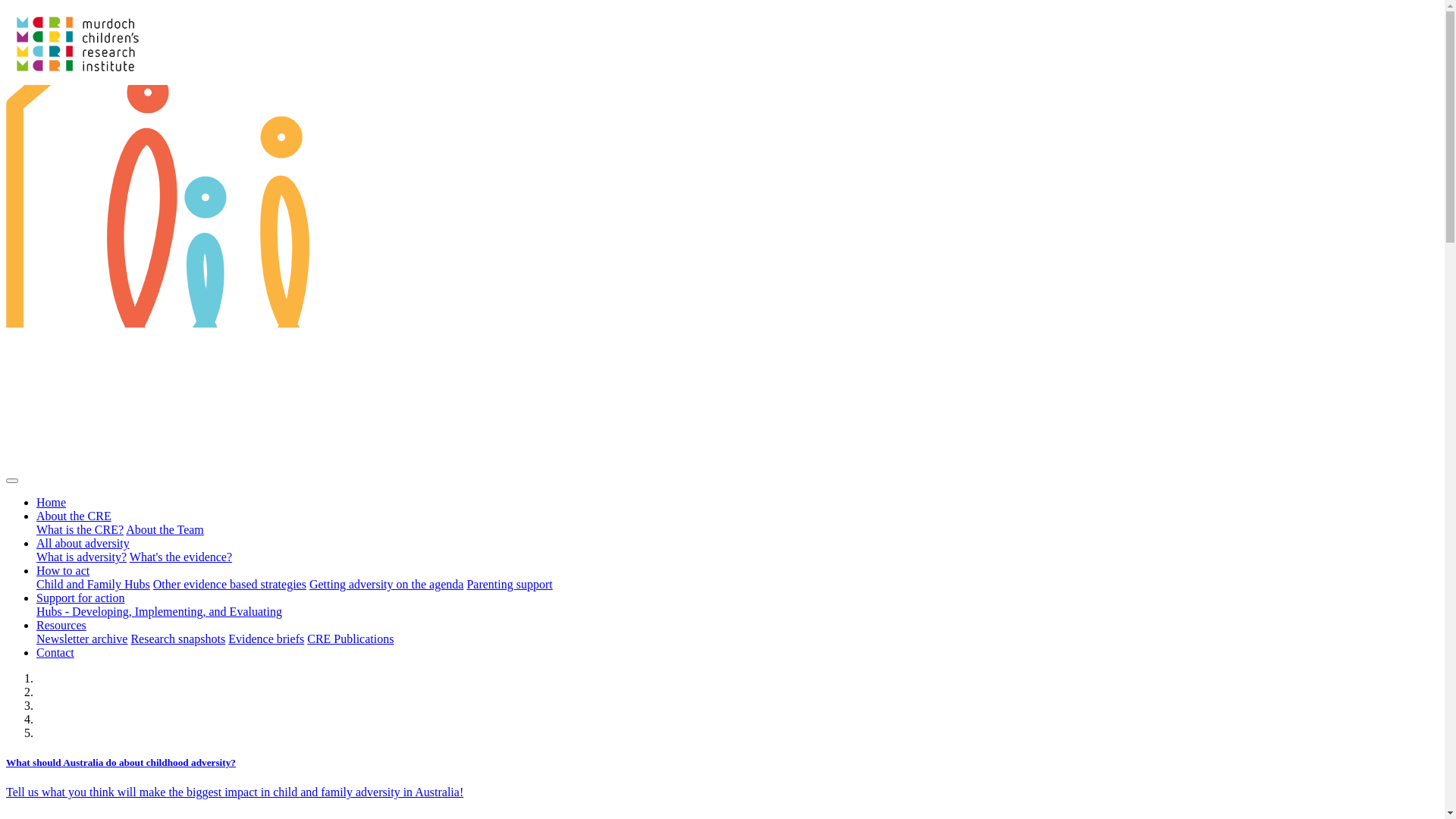 The width and height of the screenshot is (1456, 819). I want to click on 'What is the CRE?', so click(79, 529).